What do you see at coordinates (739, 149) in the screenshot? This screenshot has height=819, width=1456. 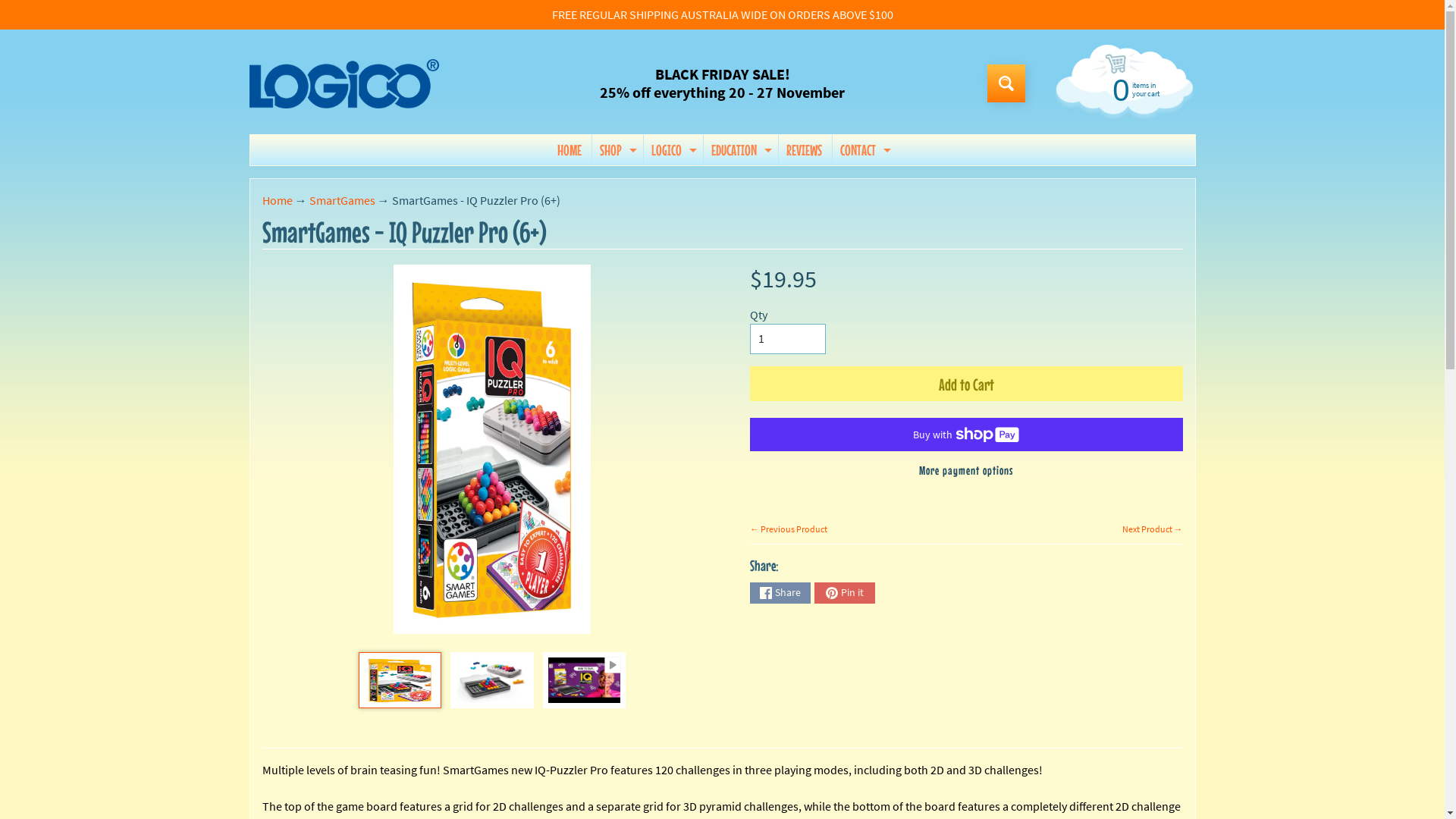 I see `'EDUCATION` at bounding box center [739, 149].